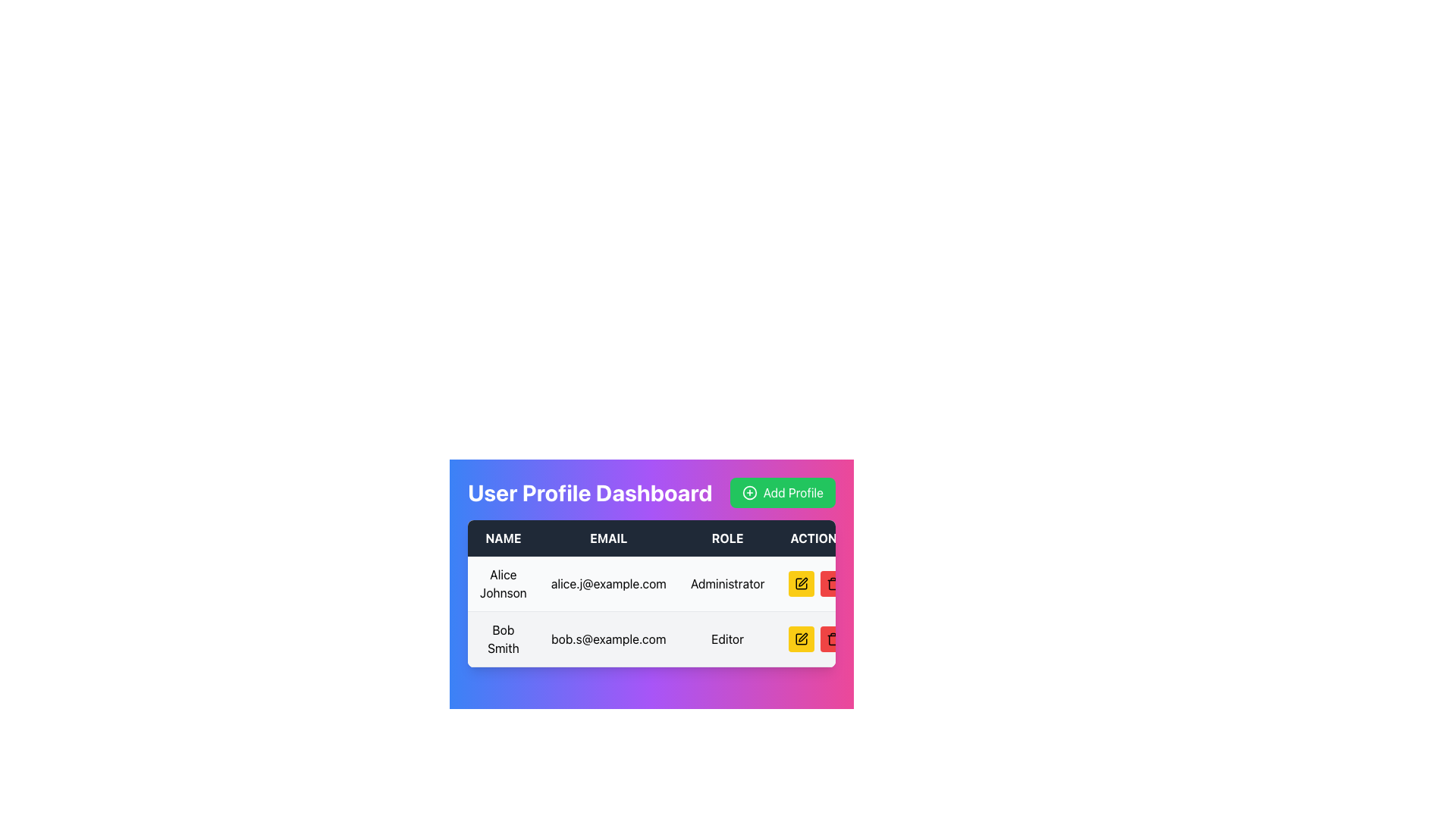 The height and width of the screenshot is (819, 1456). I want to click on the header titled 'User Profile Dashboard' with the 'Add Profile' button, so click(651, 493).